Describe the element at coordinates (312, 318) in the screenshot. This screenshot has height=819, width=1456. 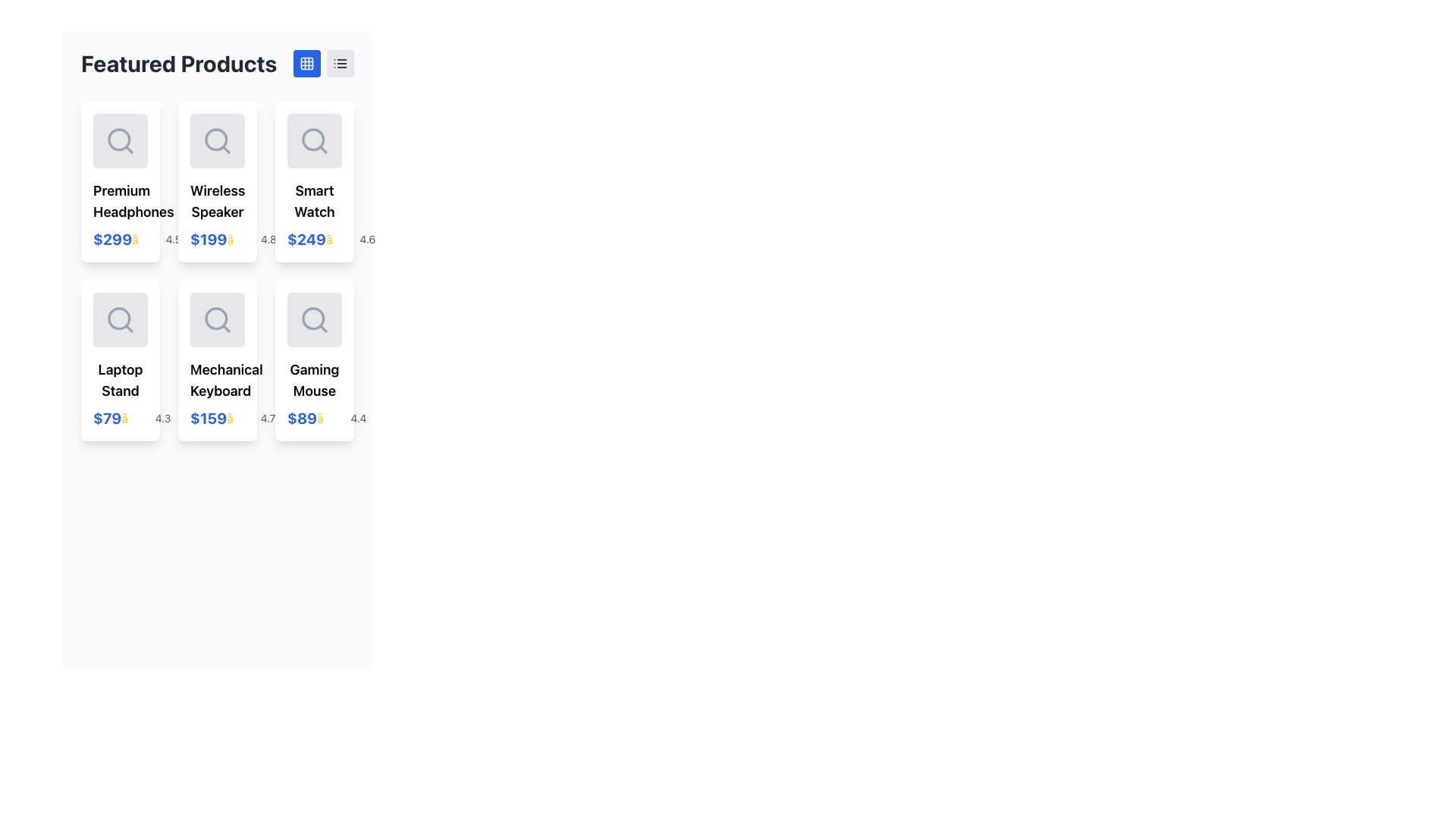
I see `the SVG circle element located at the center of the search icon for the 'Gaming Mouse' item in the product grid` at that location.